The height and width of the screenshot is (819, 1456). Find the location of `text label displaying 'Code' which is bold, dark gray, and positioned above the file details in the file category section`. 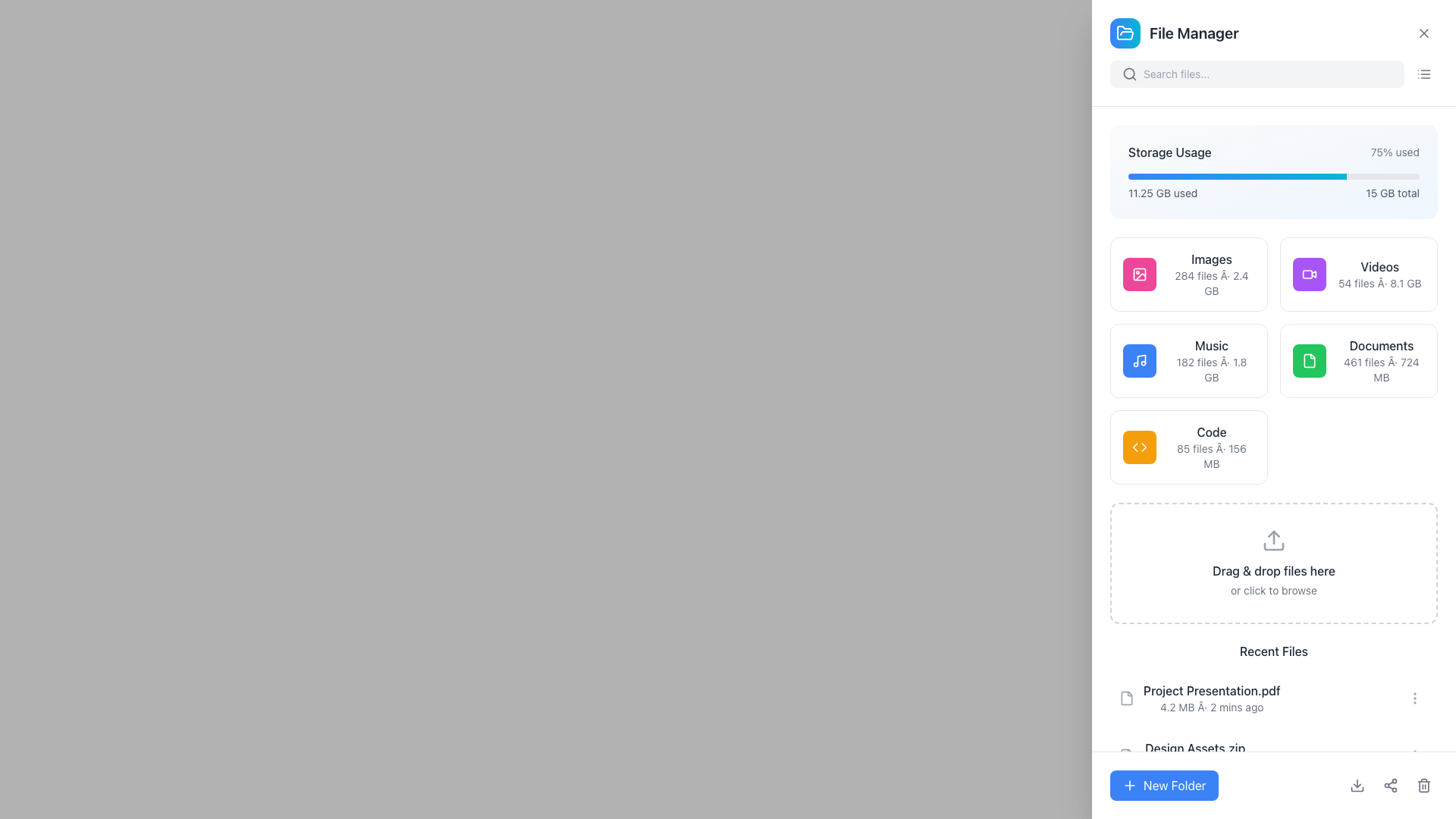

text label displaying 'Code' which is bold, dark gray, and positioned above the file details in the file category section is located at coordinates (1211, 432).